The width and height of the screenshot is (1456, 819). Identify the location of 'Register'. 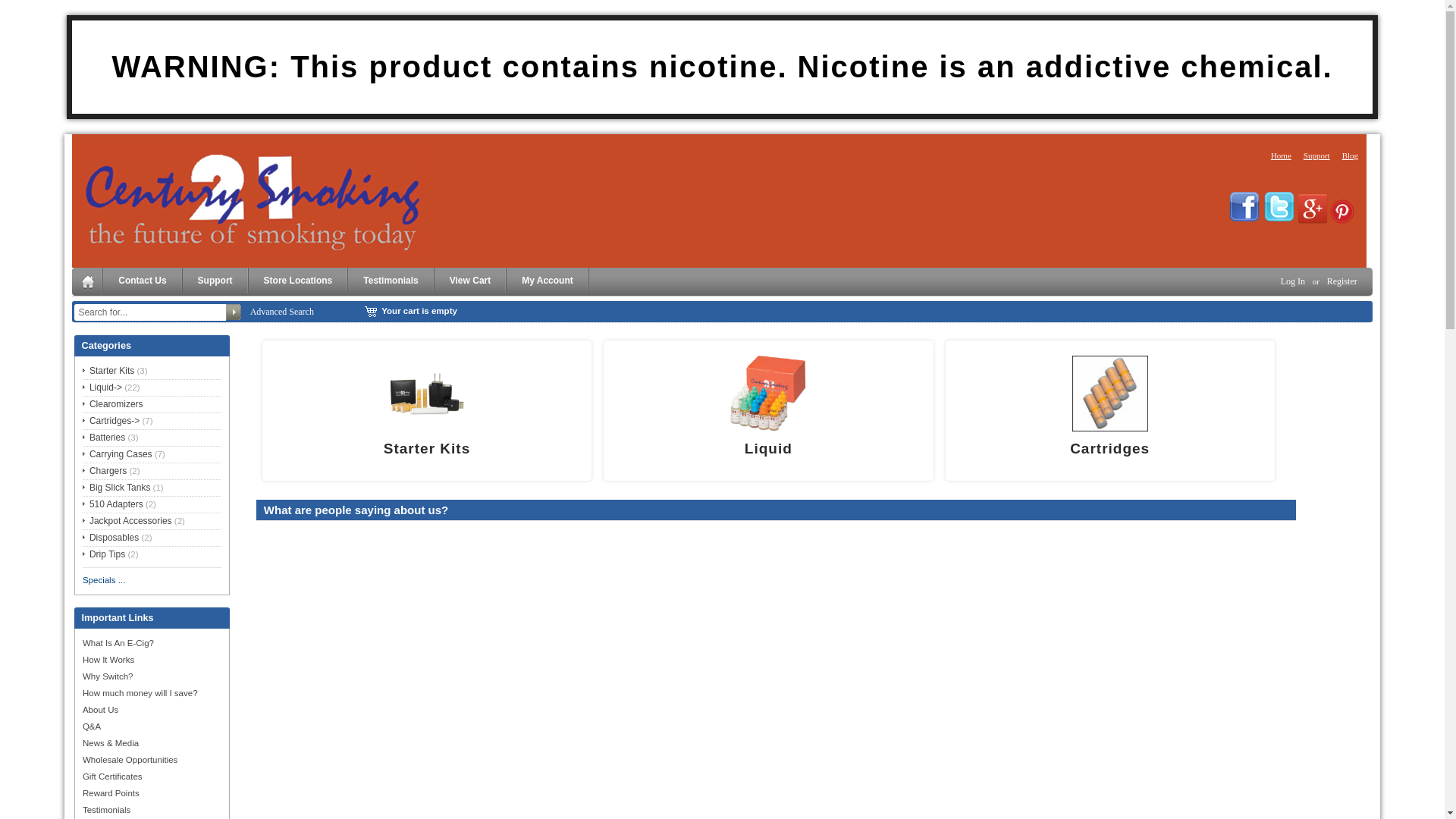
(1342, 281).